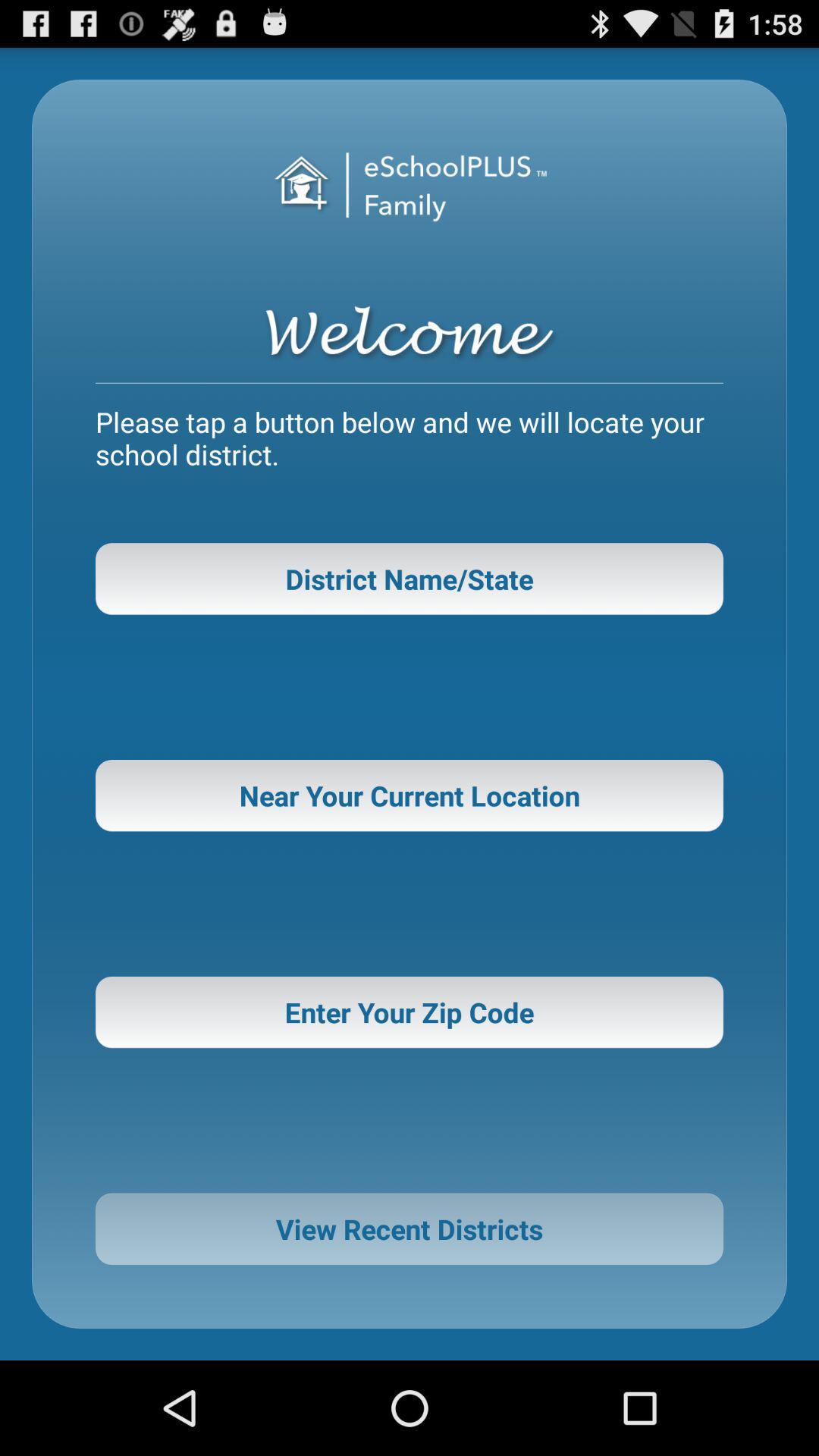  I want to click on icon below enter your zip button, so click(409, 1228).